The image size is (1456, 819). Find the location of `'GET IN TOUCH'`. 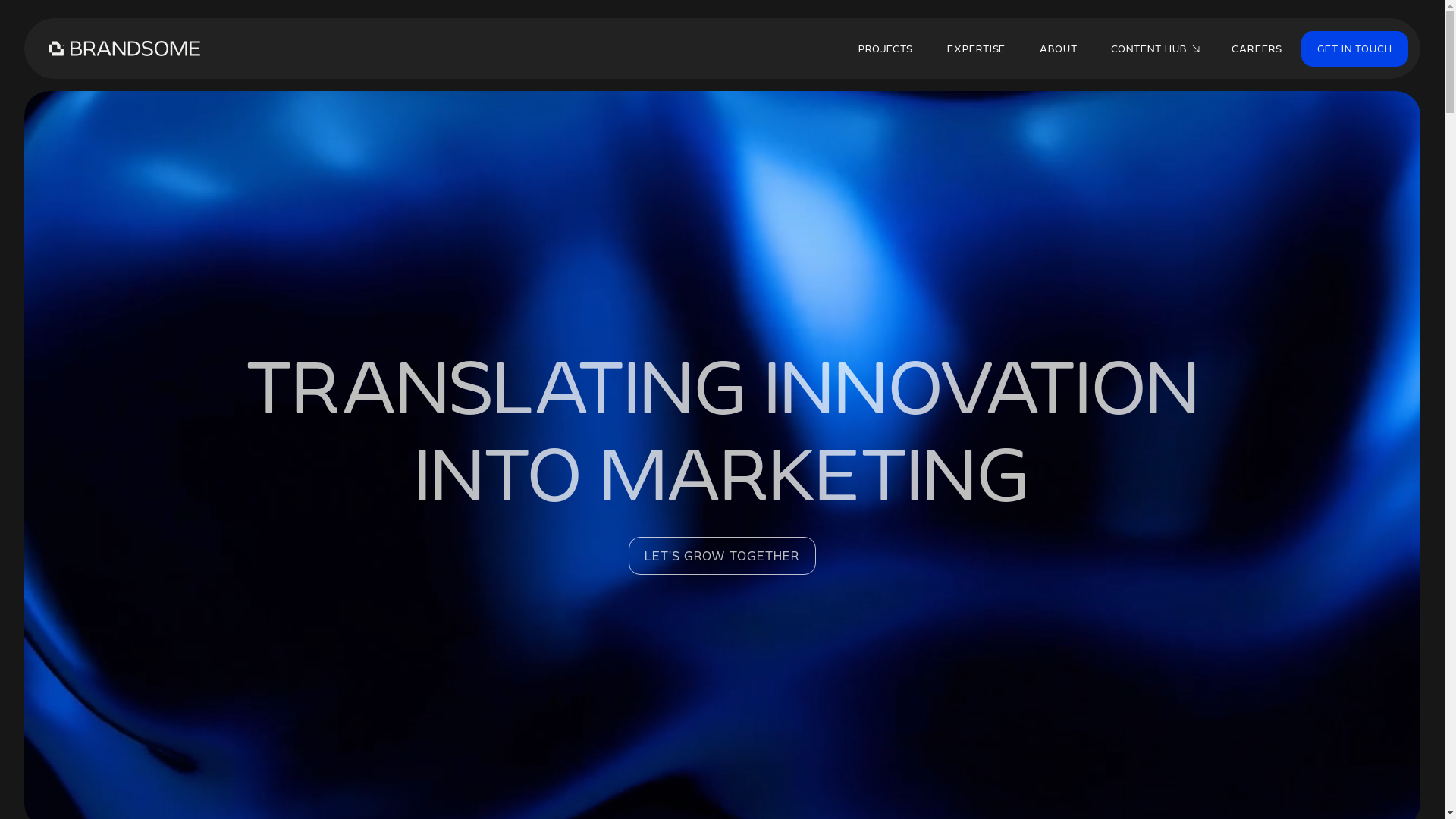

'GET IN TOUCH' is located at coordinates (1354, 47).